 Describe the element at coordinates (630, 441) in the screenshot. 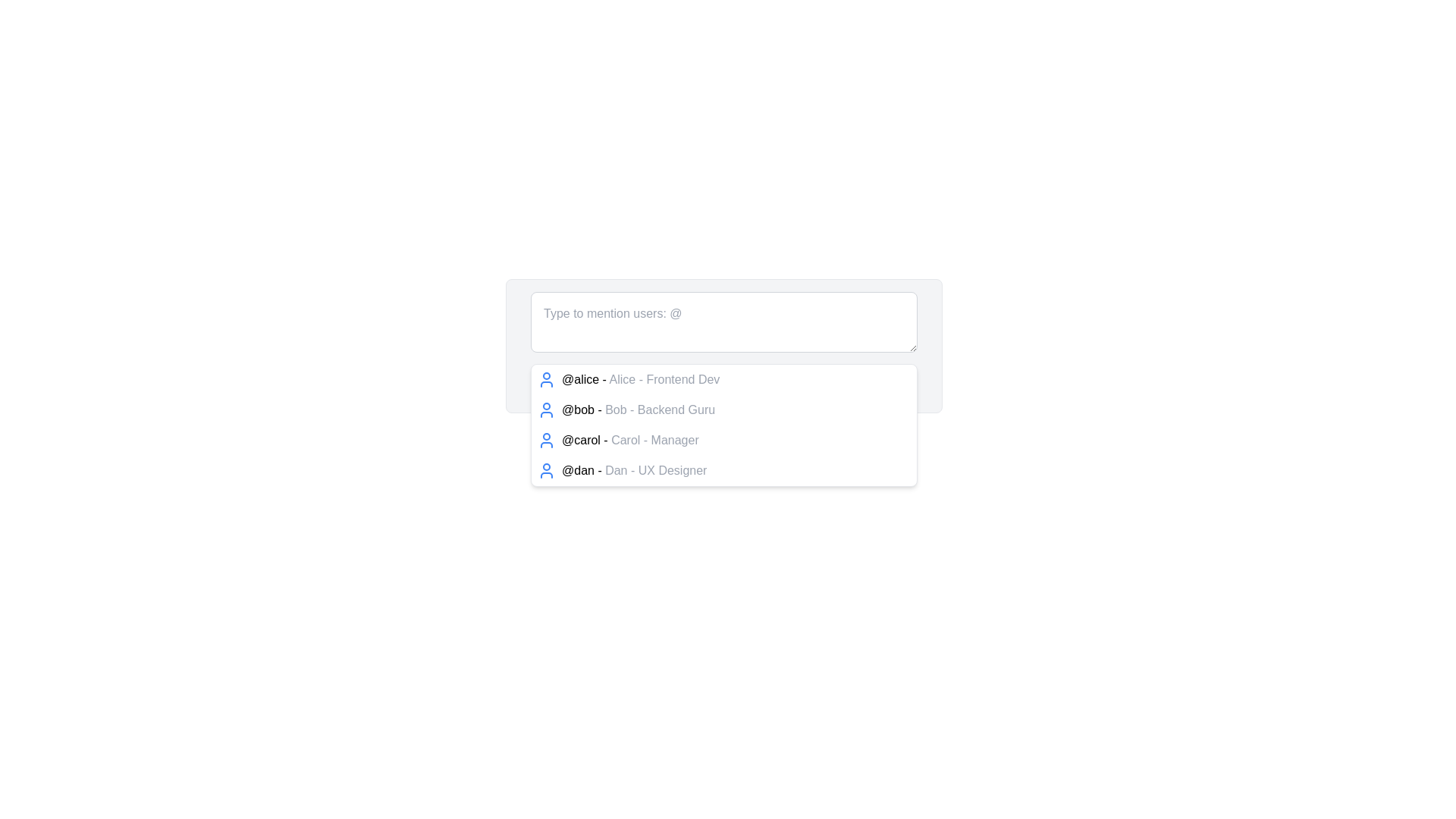

I see `the user mention text label located in the third position of the dropdown list` at that location.